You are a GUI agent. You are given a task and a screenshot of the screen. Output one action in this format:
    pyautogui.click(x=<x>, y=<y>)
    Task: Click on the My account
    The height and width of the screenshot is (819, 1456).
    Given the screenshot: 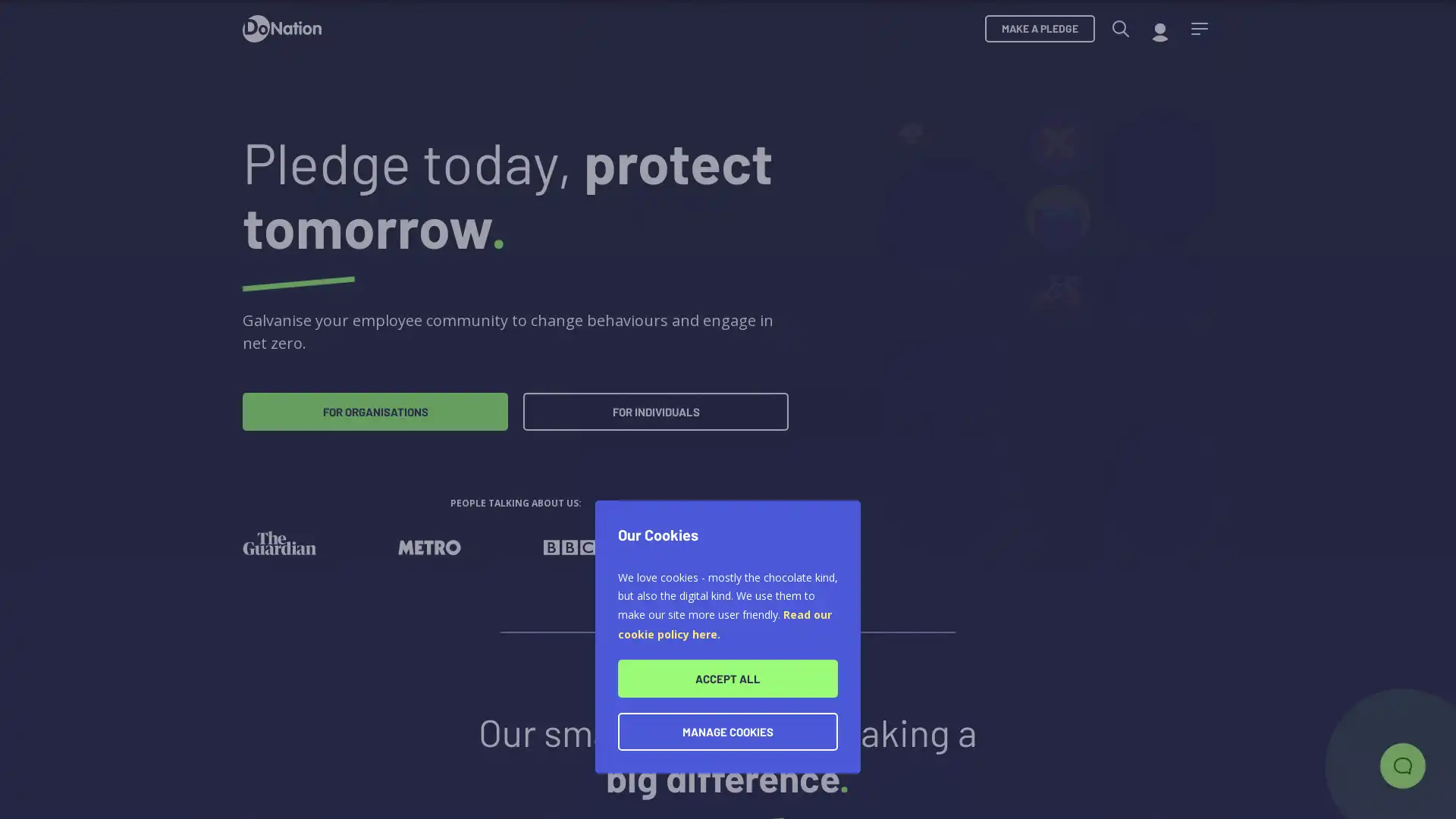 What is the action you would take?
    pyautogui.click(x=1159, y=29)
    